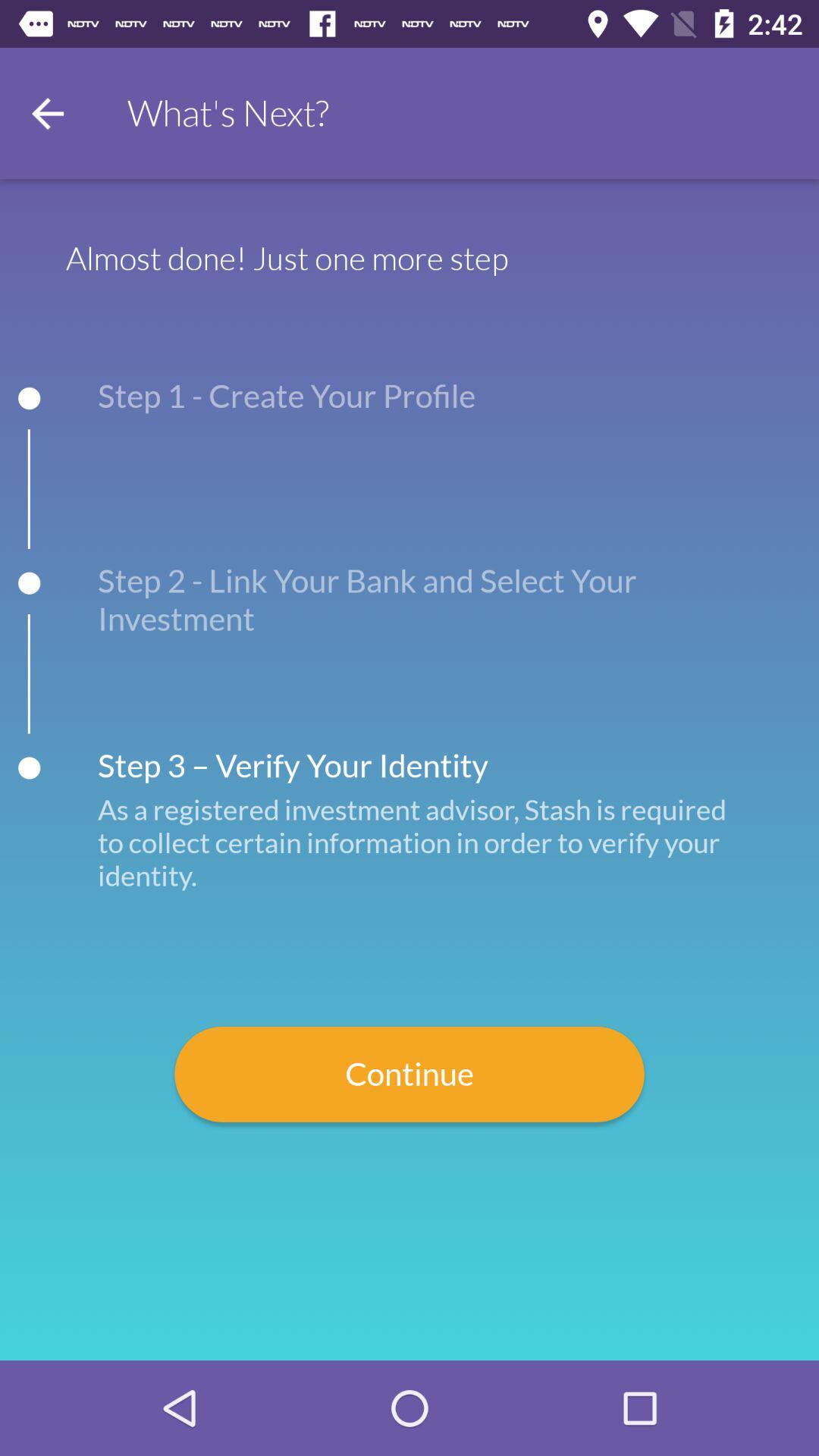 Image resolution: width=819 pixels, height=1456 pixels. What do you see at coordinates (46, 112) in the screenshot?
I see `go back` at bounding box center [46, 112].